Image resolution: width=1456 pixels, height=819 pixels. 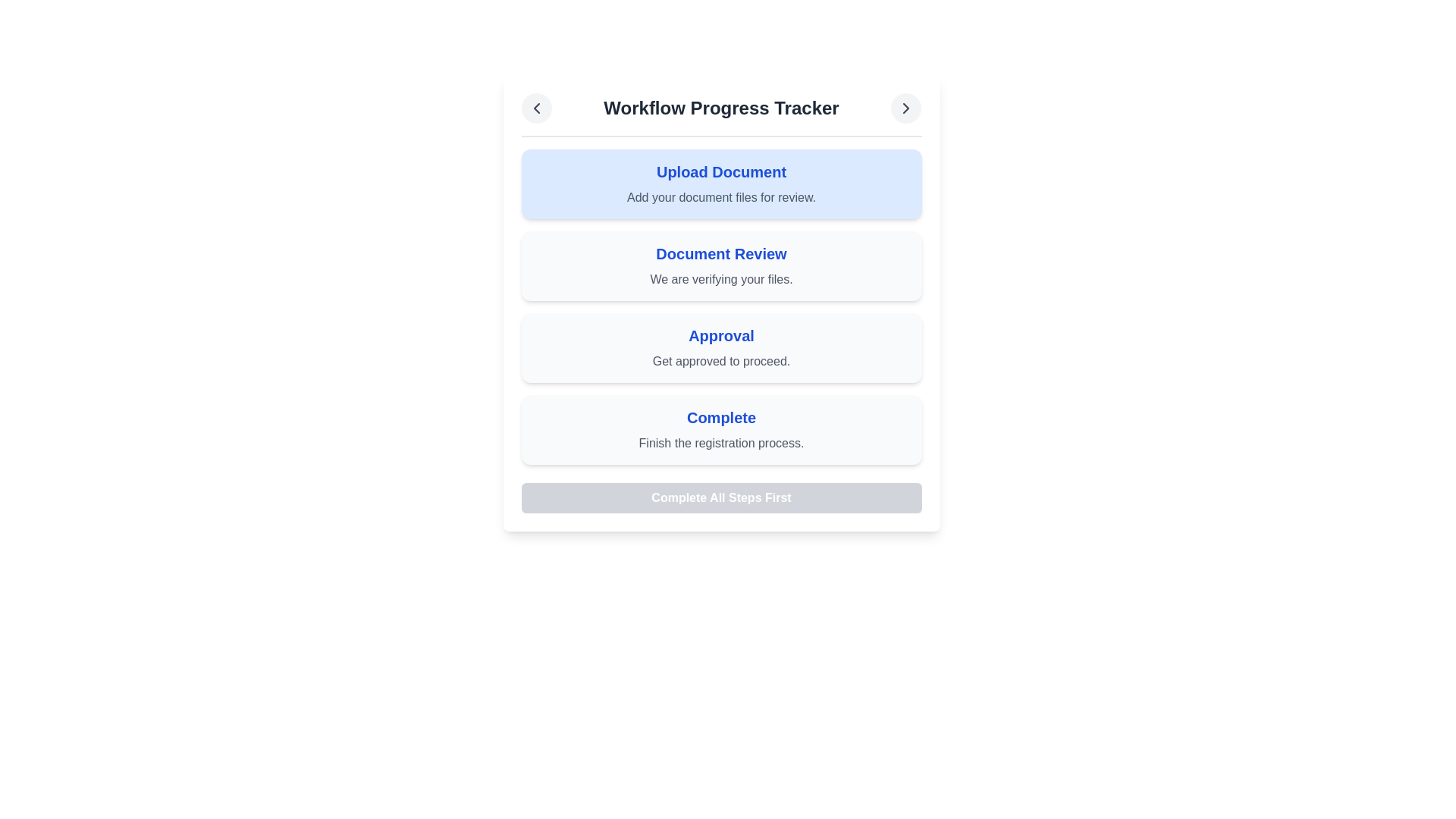 What do you see at coordinates (720, 362) in the screenshot?
I see `the static text label that reads 'Get approved to proceed.' located below the title 'Approval' in the workflow tracker interface` at bounding box center [720, 362].